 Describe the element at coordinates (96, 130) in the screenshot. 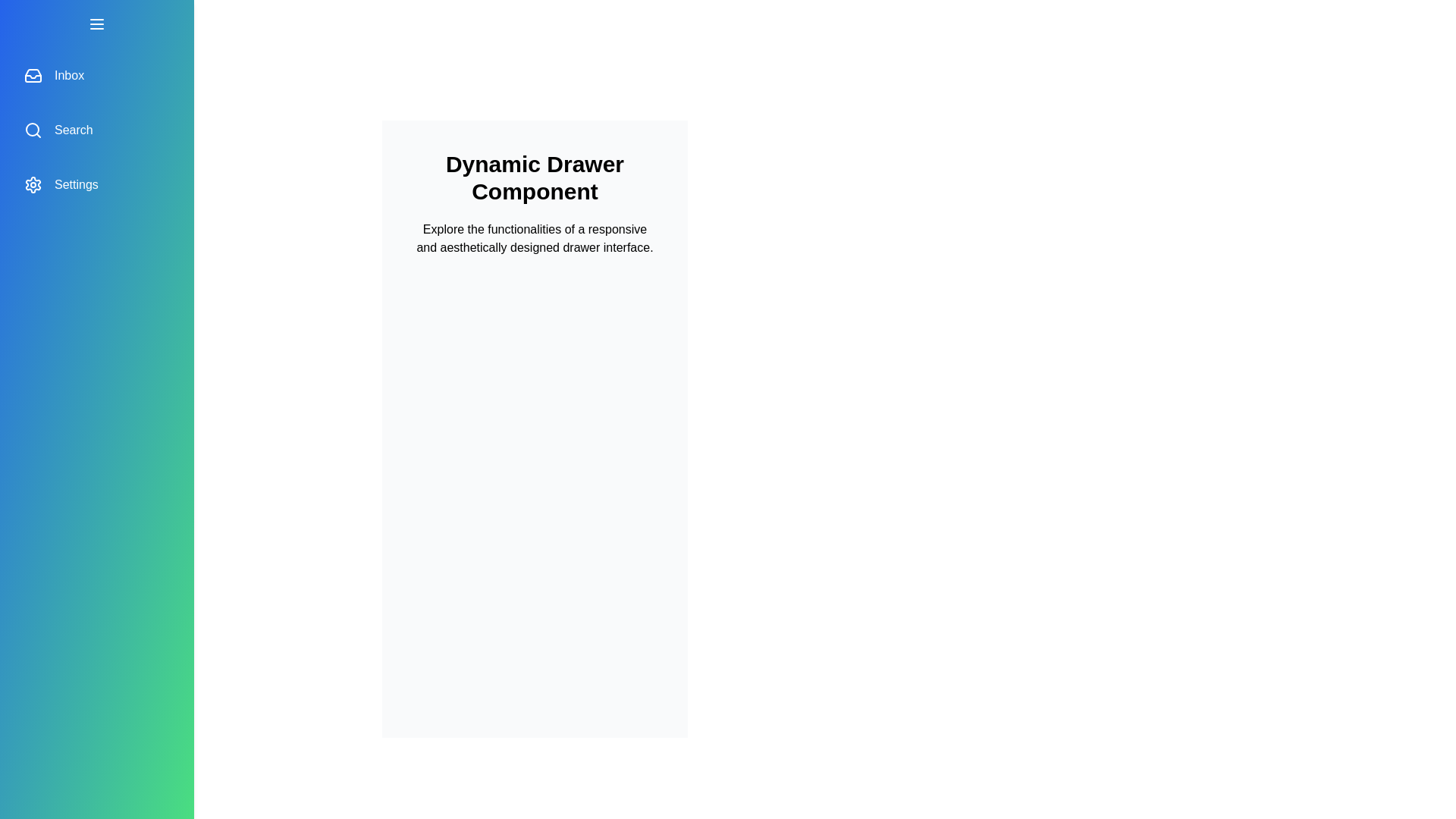

I see `the 'Search' menu item to navigate to the search functionality` at that location.